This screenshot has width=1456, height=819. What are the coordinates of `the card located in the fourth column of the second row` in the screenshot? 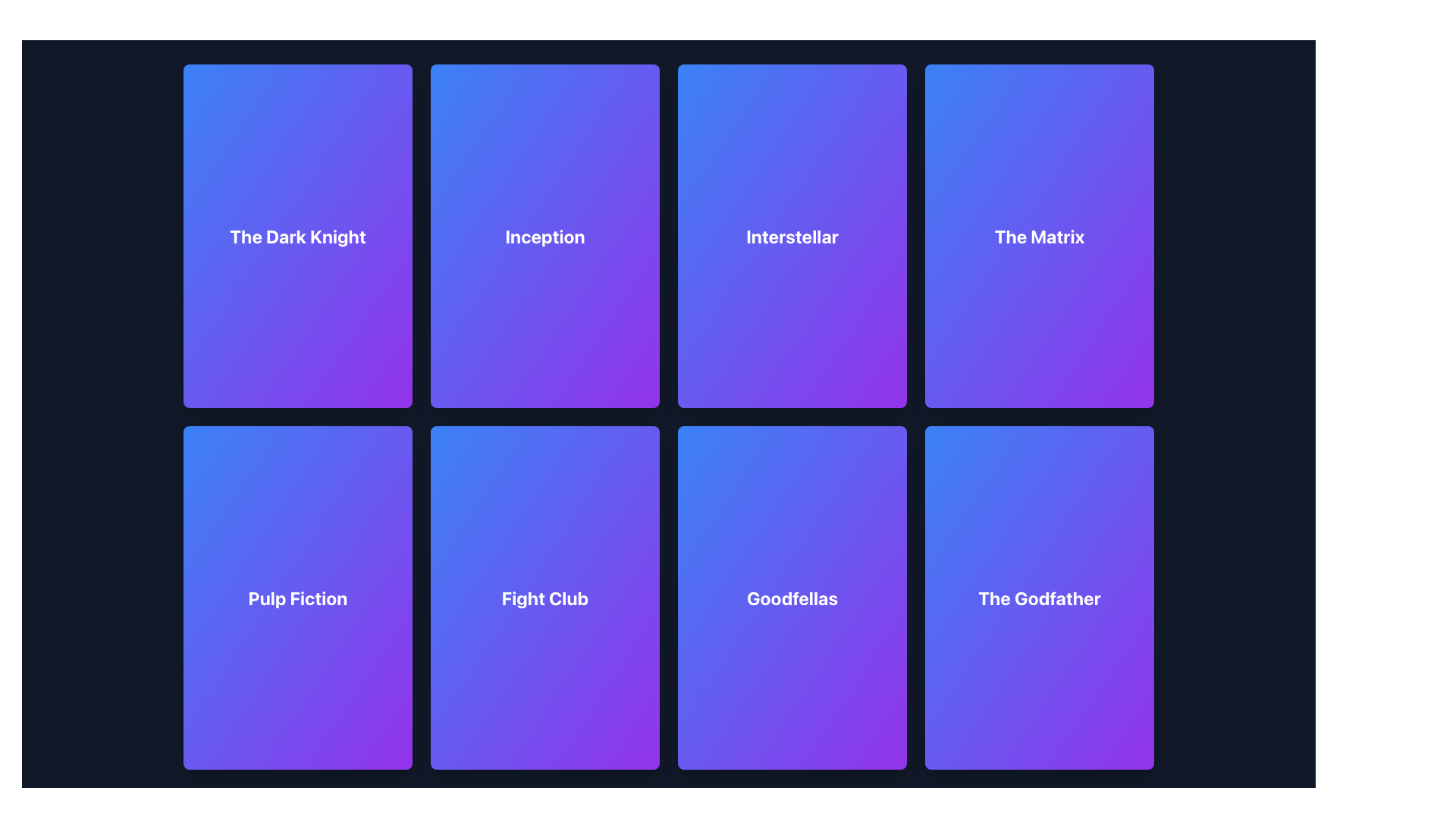 It's located at (1039, 596).